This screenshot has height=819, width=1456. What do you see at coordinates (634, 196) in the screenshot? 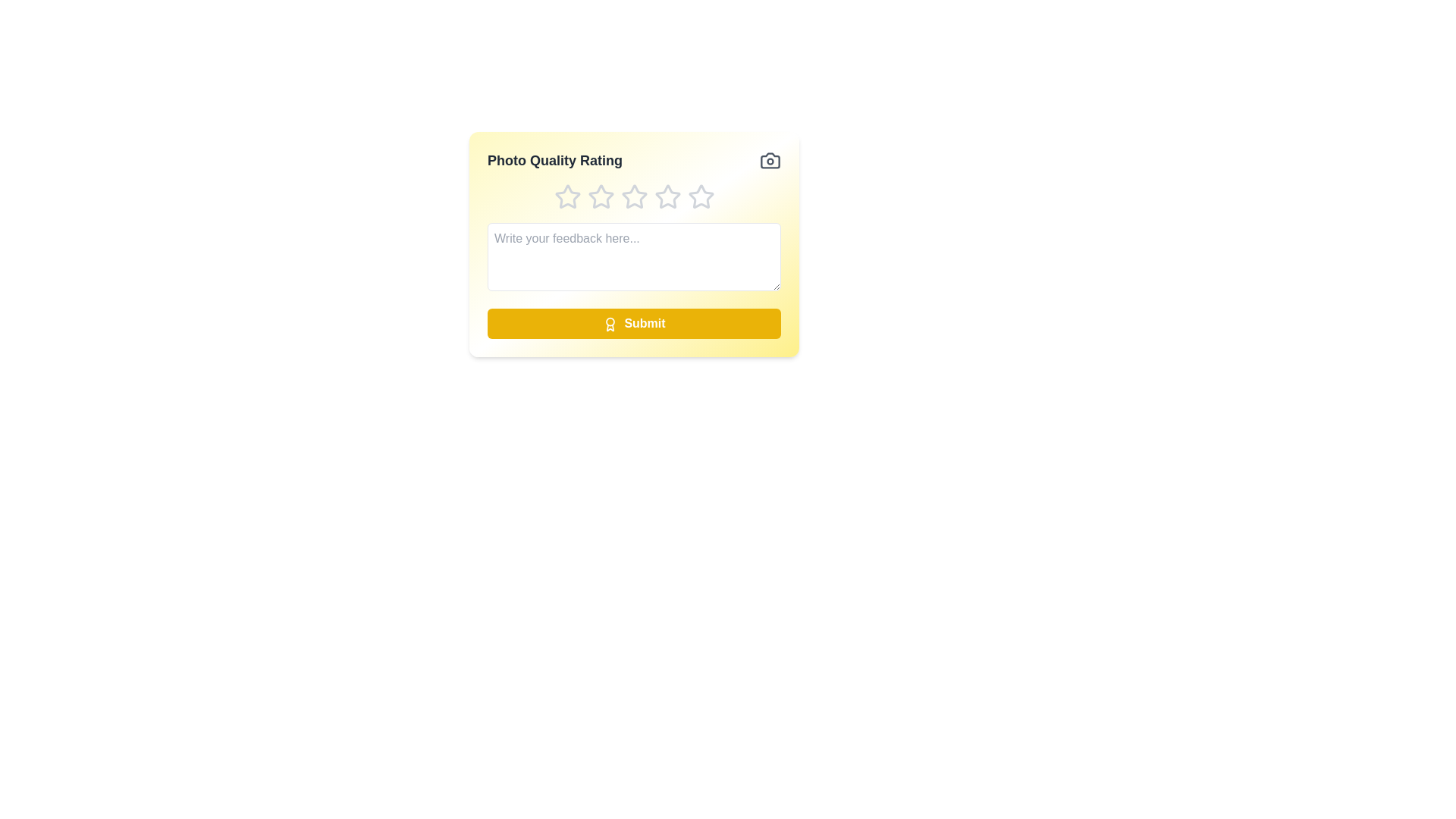
I see `the star corresponding to the rating 3` at bounding box center [634, 196].